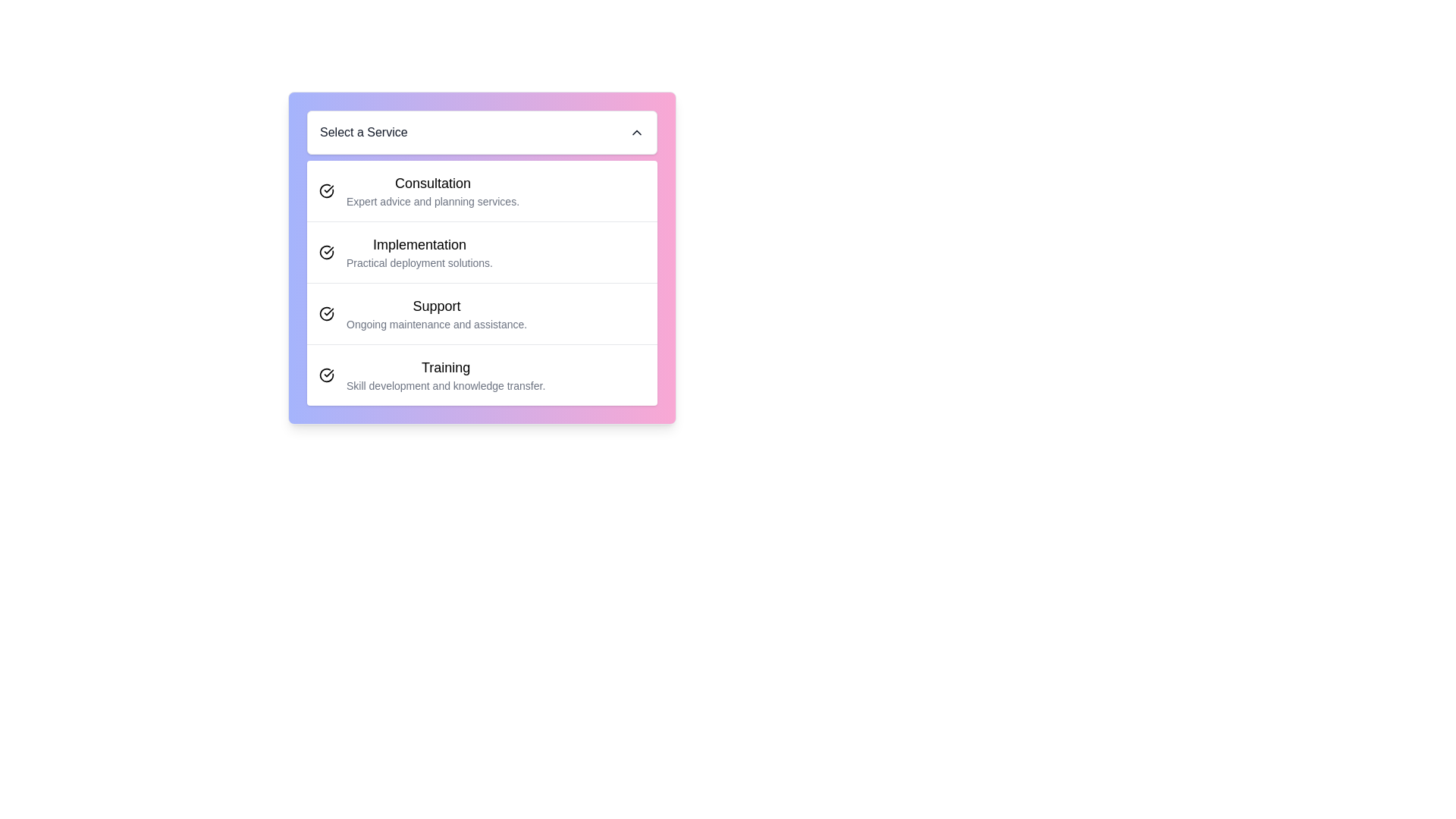  Describe the element at coordinates (326, 190) in the screenshot. I see `the small circular icon with a checkmark symbol located next to the text content of the first list item labeled 'Consultation'` at that location.